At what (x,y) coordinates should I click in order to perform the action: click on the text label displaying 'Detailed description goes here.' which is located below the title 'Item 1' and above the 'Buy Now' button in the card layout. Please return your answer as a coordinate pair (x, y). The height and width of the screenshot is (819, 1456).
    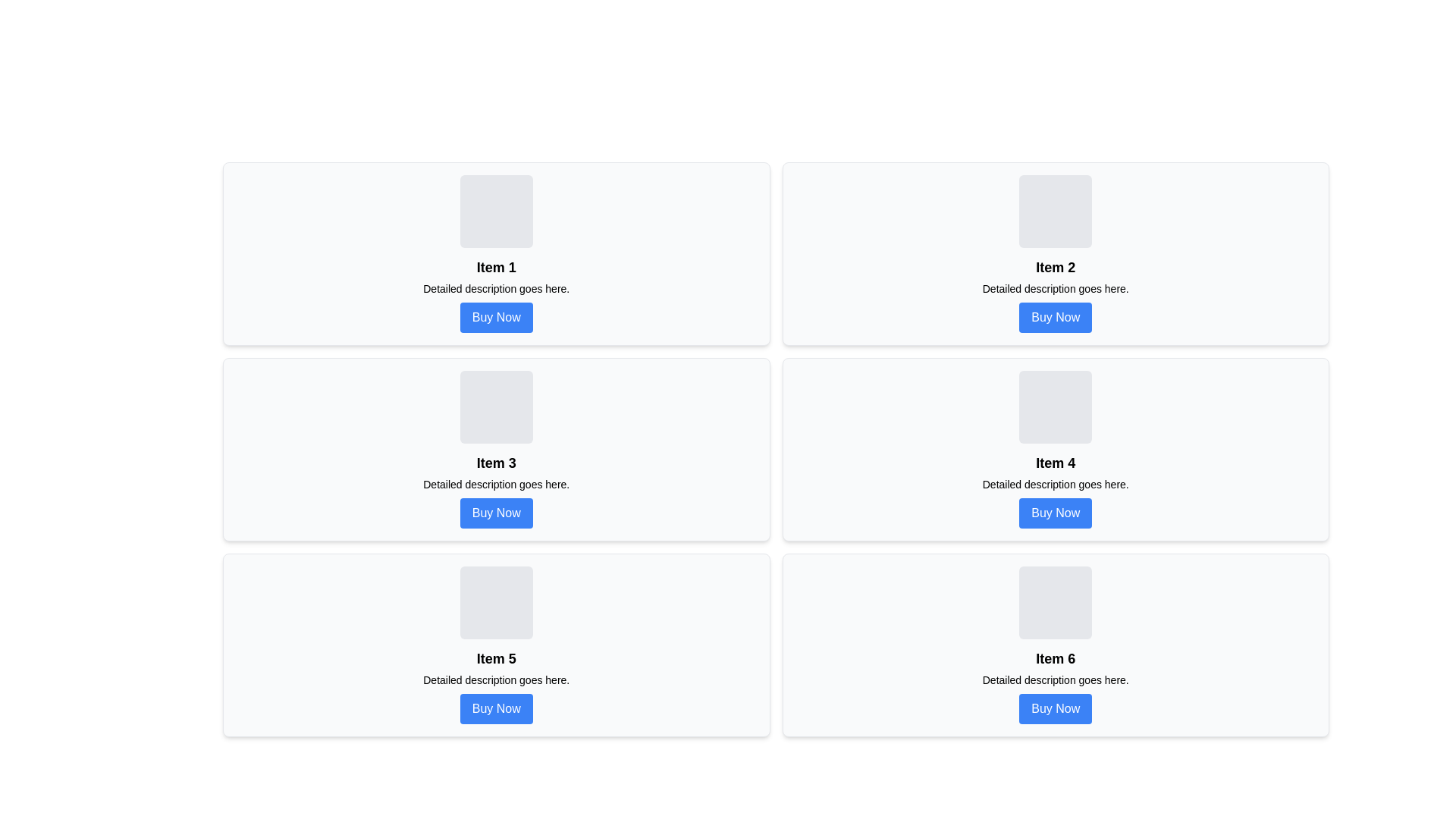
    Looking at the image, I should click on (496, 289).